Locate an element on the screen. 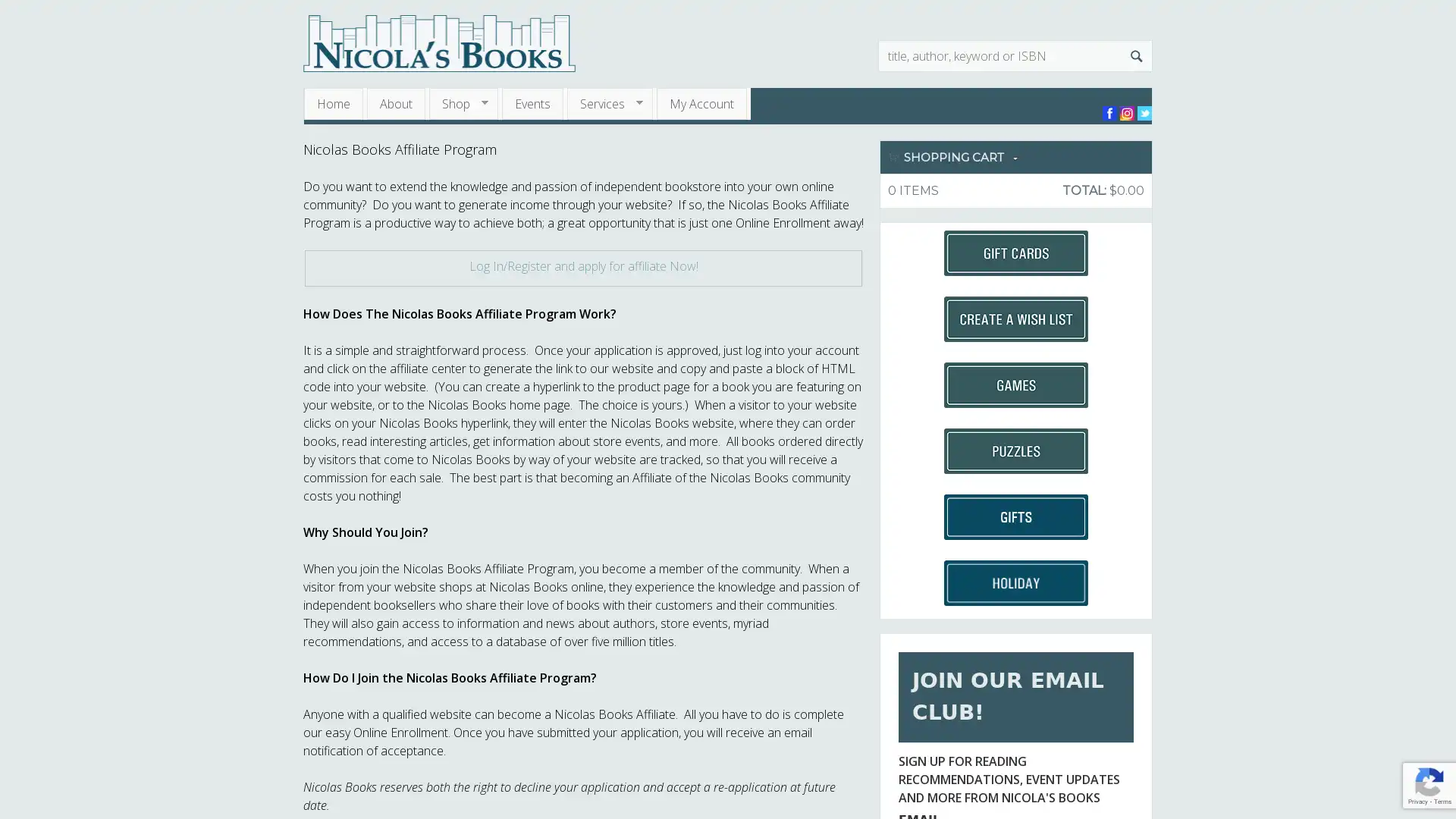  Search is located at coordinates (1136, 55).